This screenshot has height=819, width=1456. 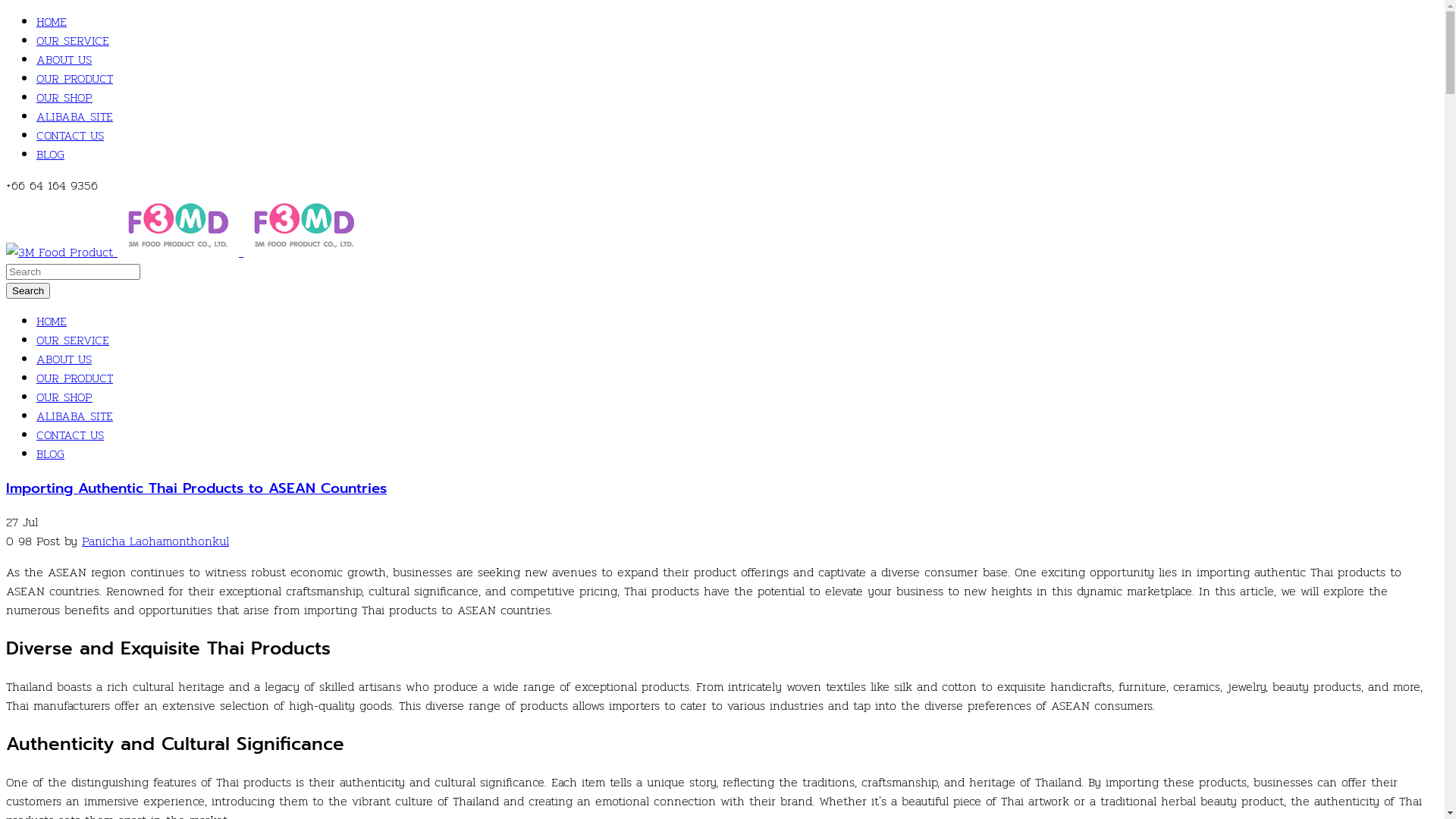 What do you see at coordinates (74, 377) in the screenshot?
I see `'OUR PRODUCT'` at bounding box center [74, 377].